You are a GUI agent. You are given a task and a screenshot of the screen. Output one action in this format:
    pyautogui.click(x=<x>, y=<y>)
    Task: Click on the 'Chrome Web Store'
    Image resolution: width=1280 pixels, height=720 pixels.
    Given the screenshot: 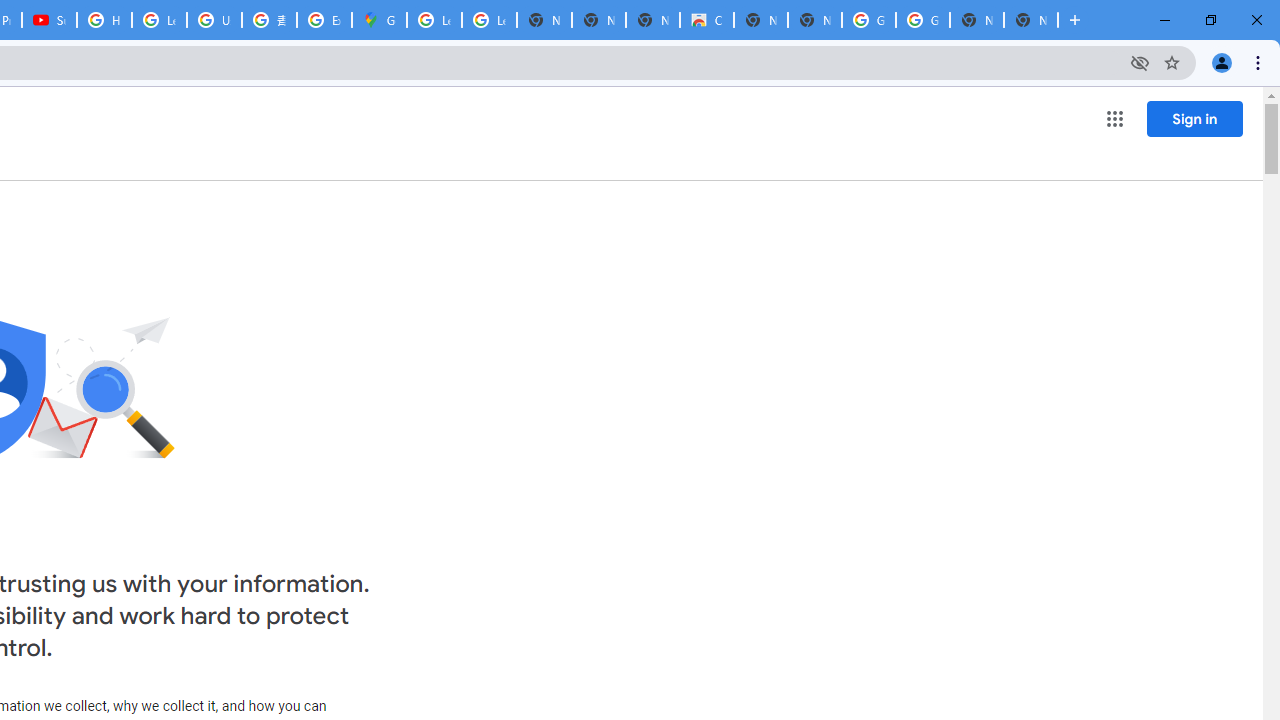 What is the action you would take?
    pyautogui.click(x=706, y=20)
    